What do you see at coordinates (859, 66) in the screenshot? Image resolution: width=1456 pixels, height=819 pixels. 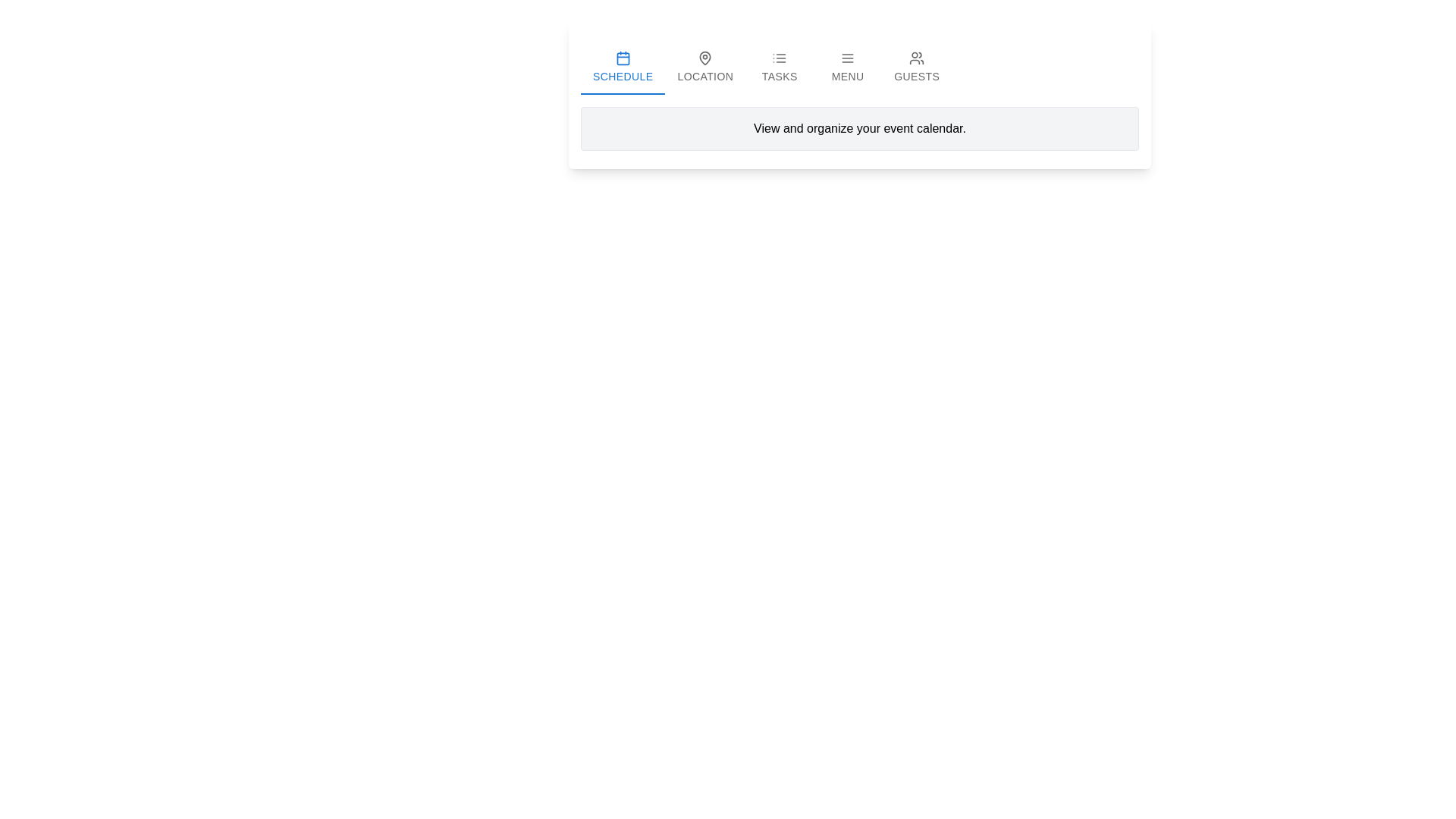 I see `the navigation bar tabs` at bounding box center [859, 66].